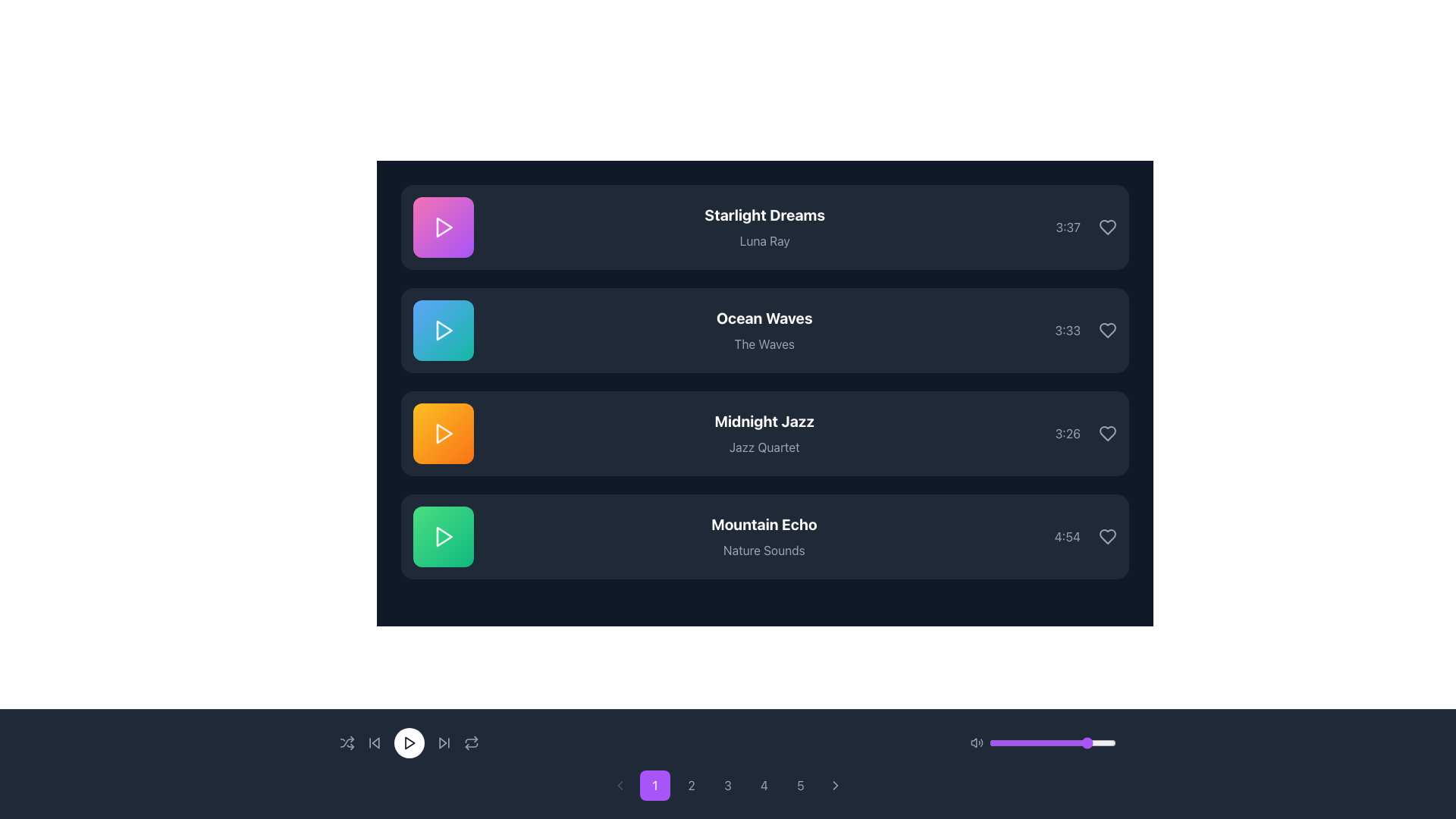 The height and width of the screenshot is (819, 1456). What do you see at coordinates (1018, 742) in the screenshot?
I see `the volume` at bounding box center [1018, 742].